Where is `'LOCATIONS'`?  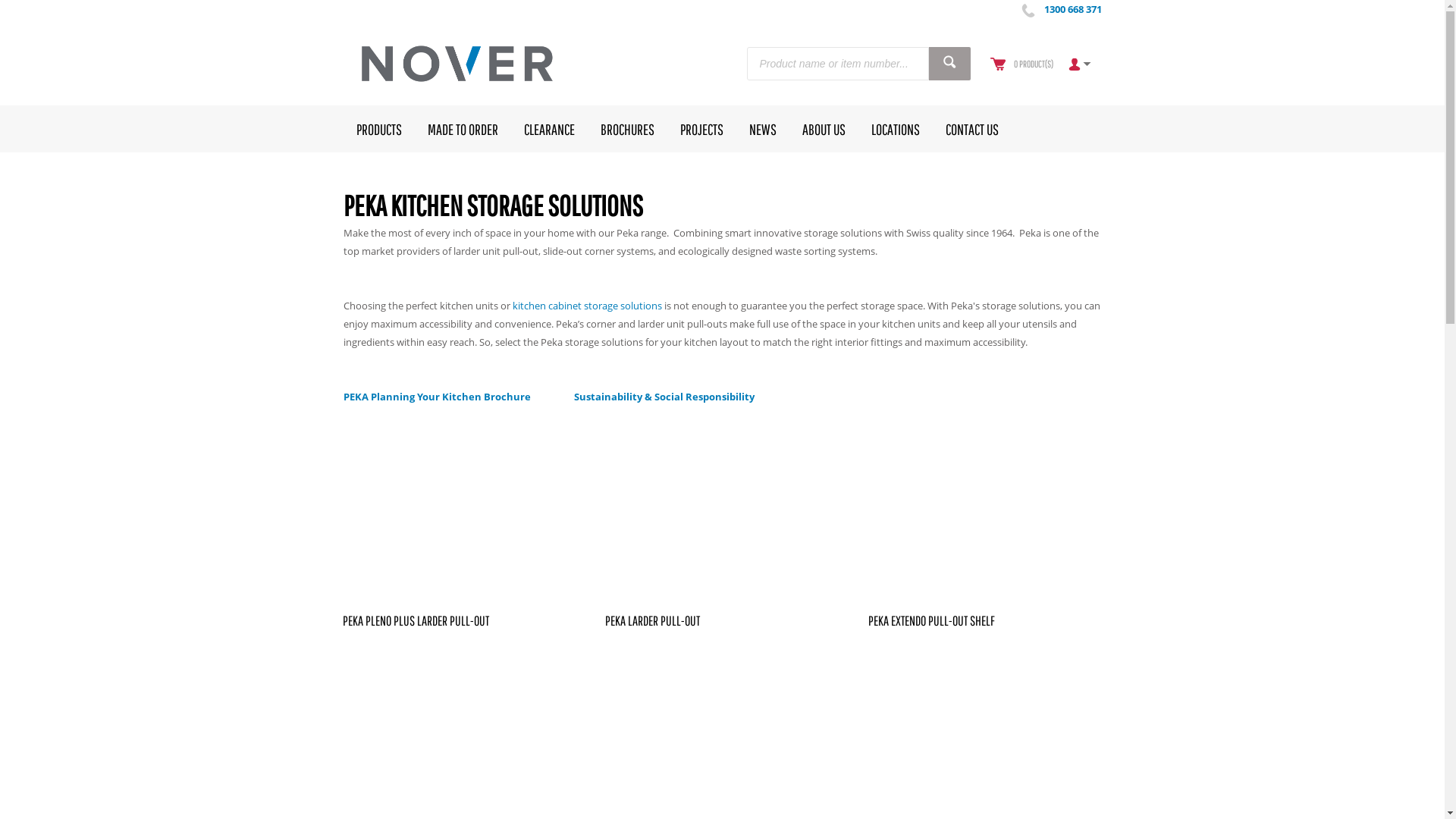
'LOCATIONS' is located at coordinates (895, 127).